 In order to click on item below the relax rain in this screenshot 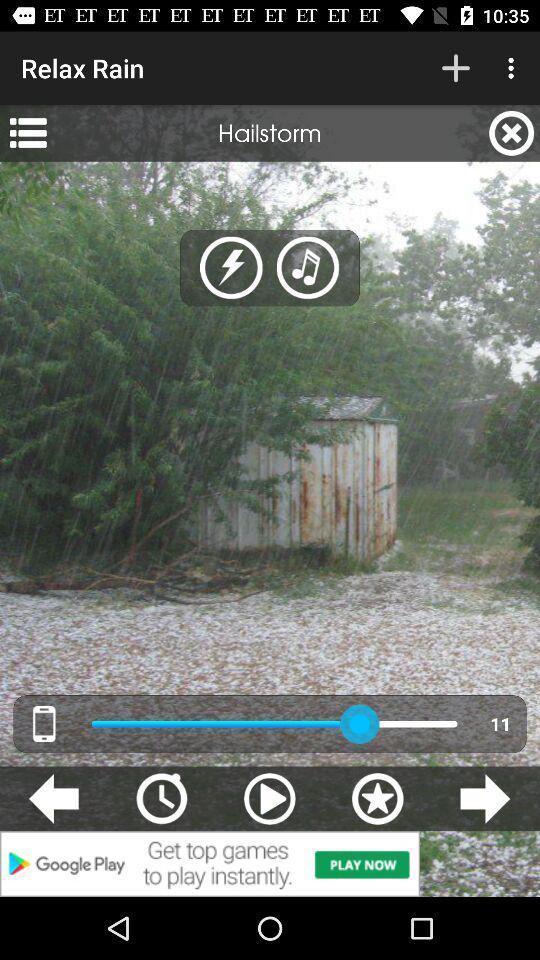, I will do `click(27, 132)`.